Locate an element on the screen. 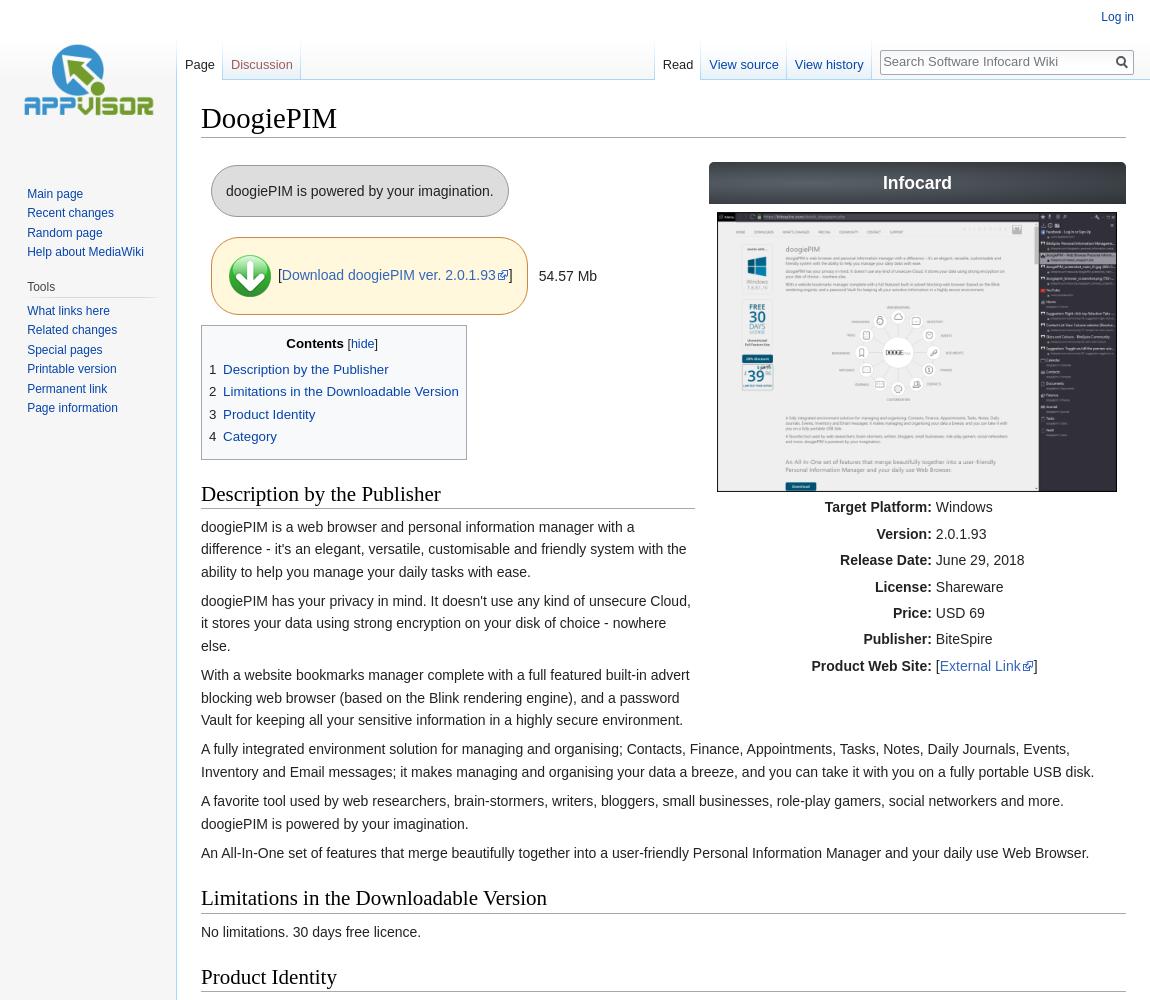 This screenshot has width=1150, height=1000. 'Product Web Site:' is located at coordinates (871, 665).